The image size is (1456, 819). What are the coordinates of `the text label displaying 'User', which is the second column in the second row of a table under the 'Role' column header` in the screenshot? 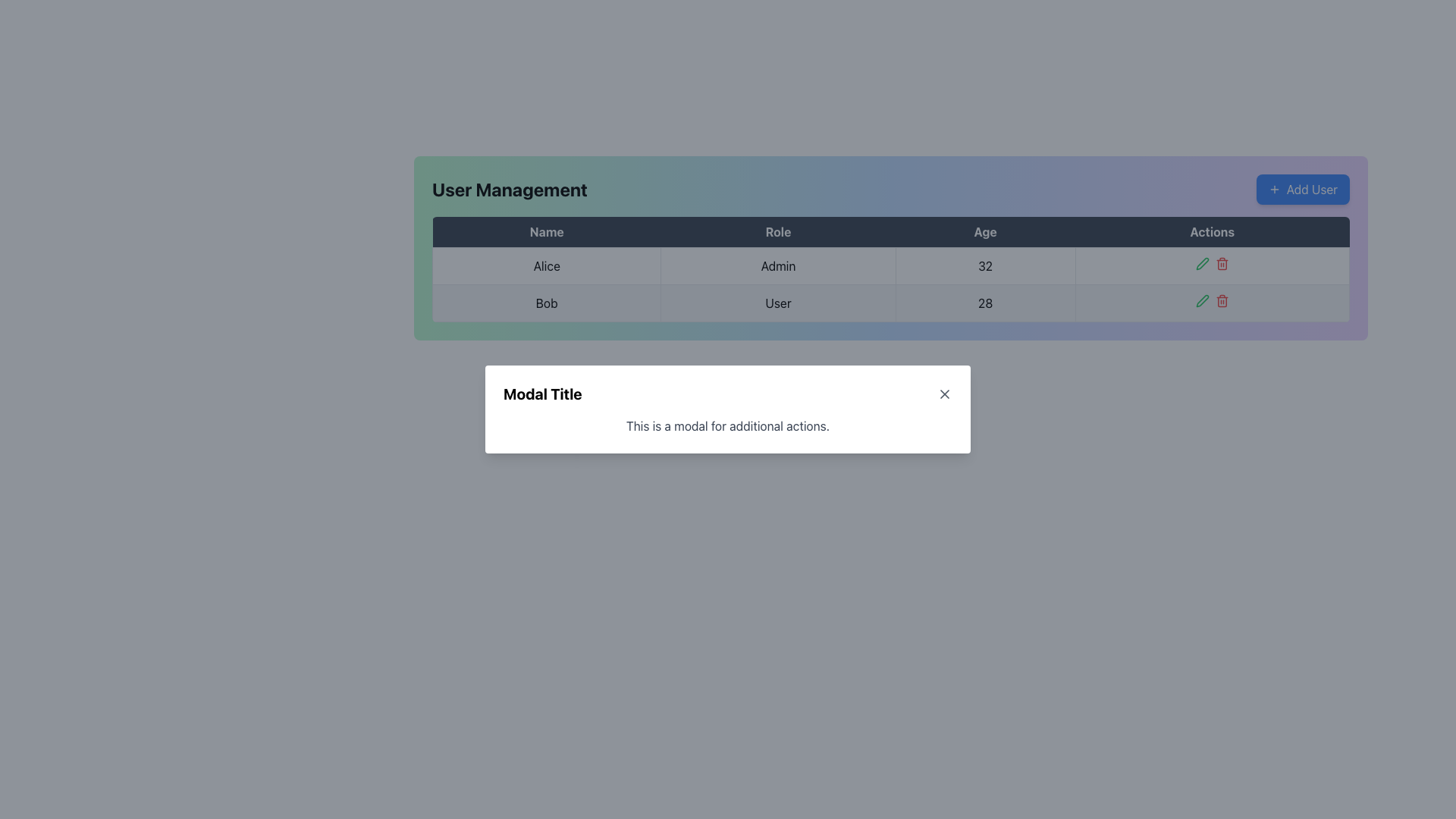 It's located at (778, 303).